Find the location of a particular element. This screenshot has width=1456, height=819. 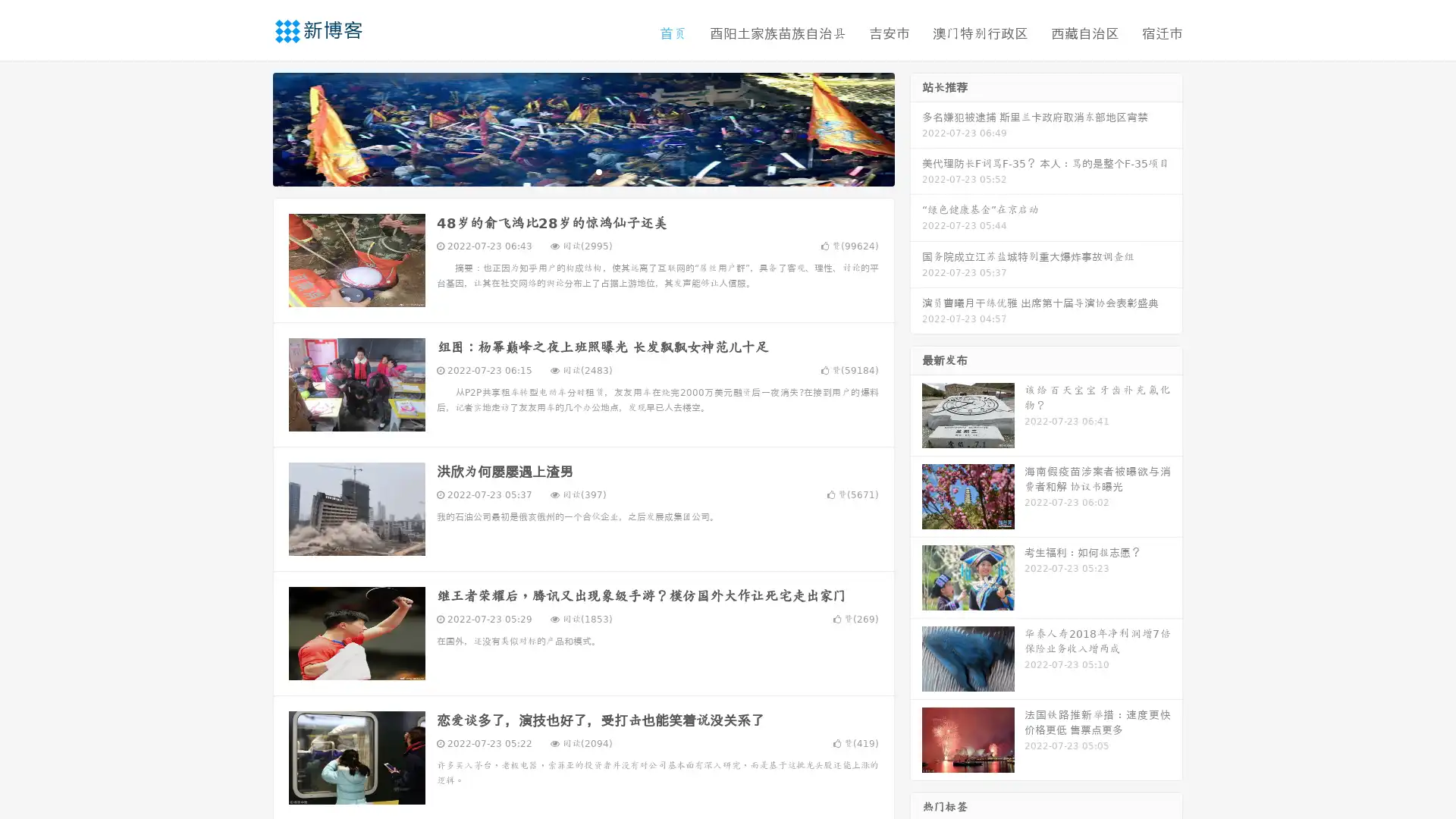

Previous slide is located at coordinates (250, 127).